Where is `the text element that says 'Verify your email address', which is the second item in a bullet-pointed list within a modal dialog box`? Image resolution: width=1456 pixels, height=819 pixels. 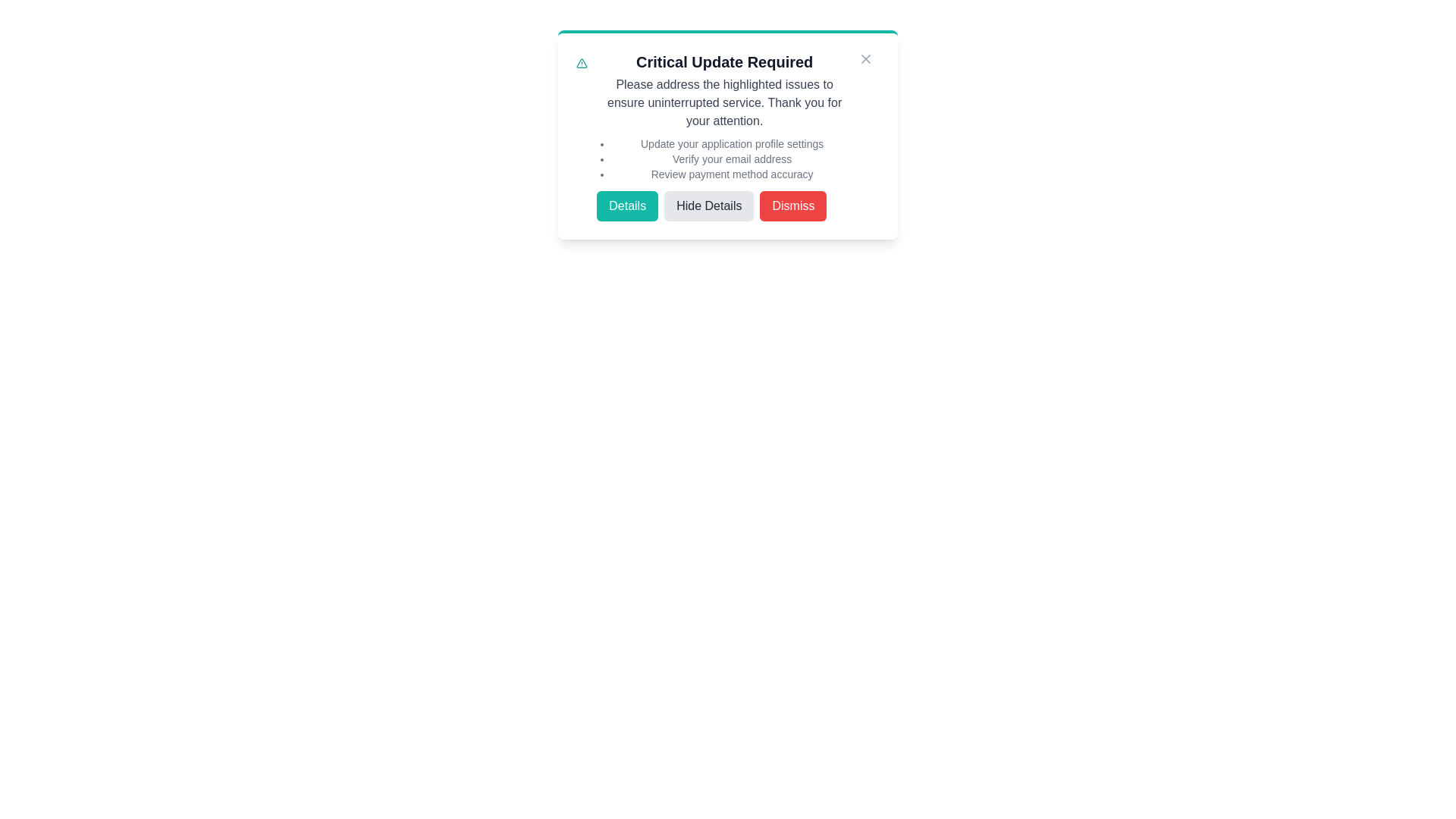 the text element that says 'Verify your email address', which is the second item in a bullet-pointed list within a modal dialog box is located at coordinates (732, 158).